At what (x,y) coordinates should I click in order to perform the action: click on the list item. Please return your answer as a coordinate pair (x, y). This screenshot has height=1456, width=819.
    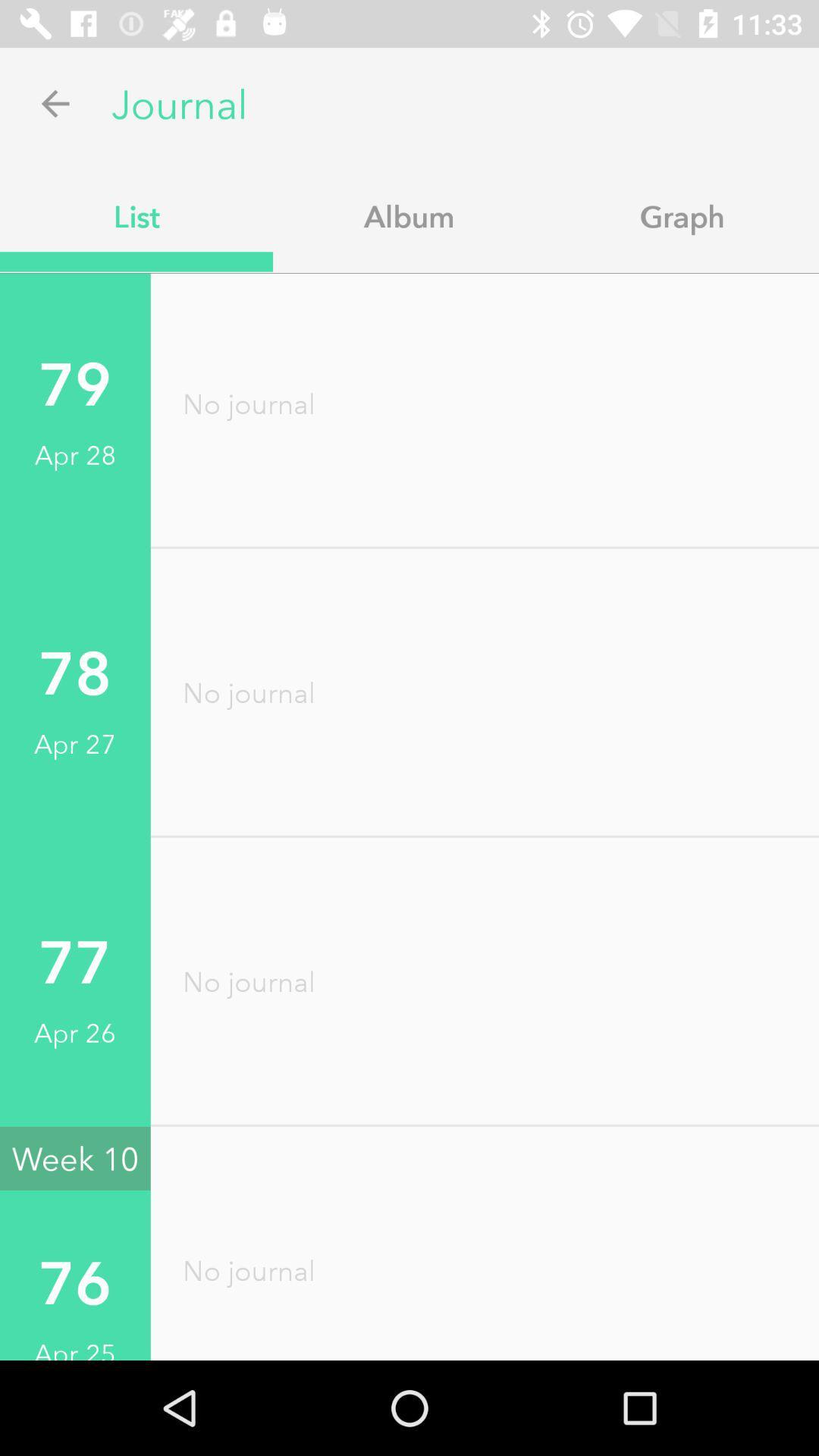
    Looking at the image, I should click on (136, 215).